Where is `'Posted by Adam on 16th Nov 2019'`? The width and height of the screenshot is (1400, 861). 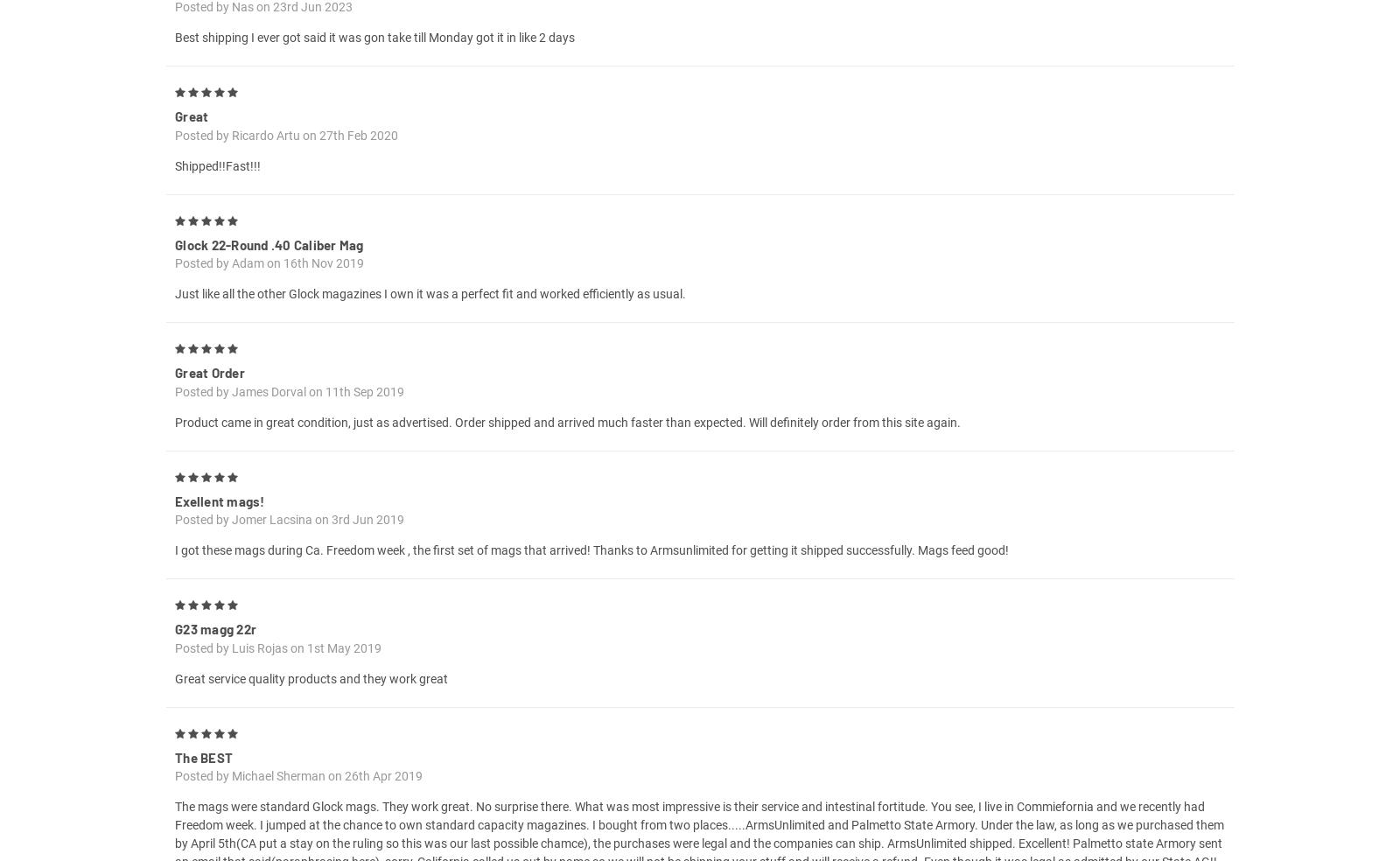
'Posted by Adam on 16th Nov 2019' is located at coordinates (269, 283).